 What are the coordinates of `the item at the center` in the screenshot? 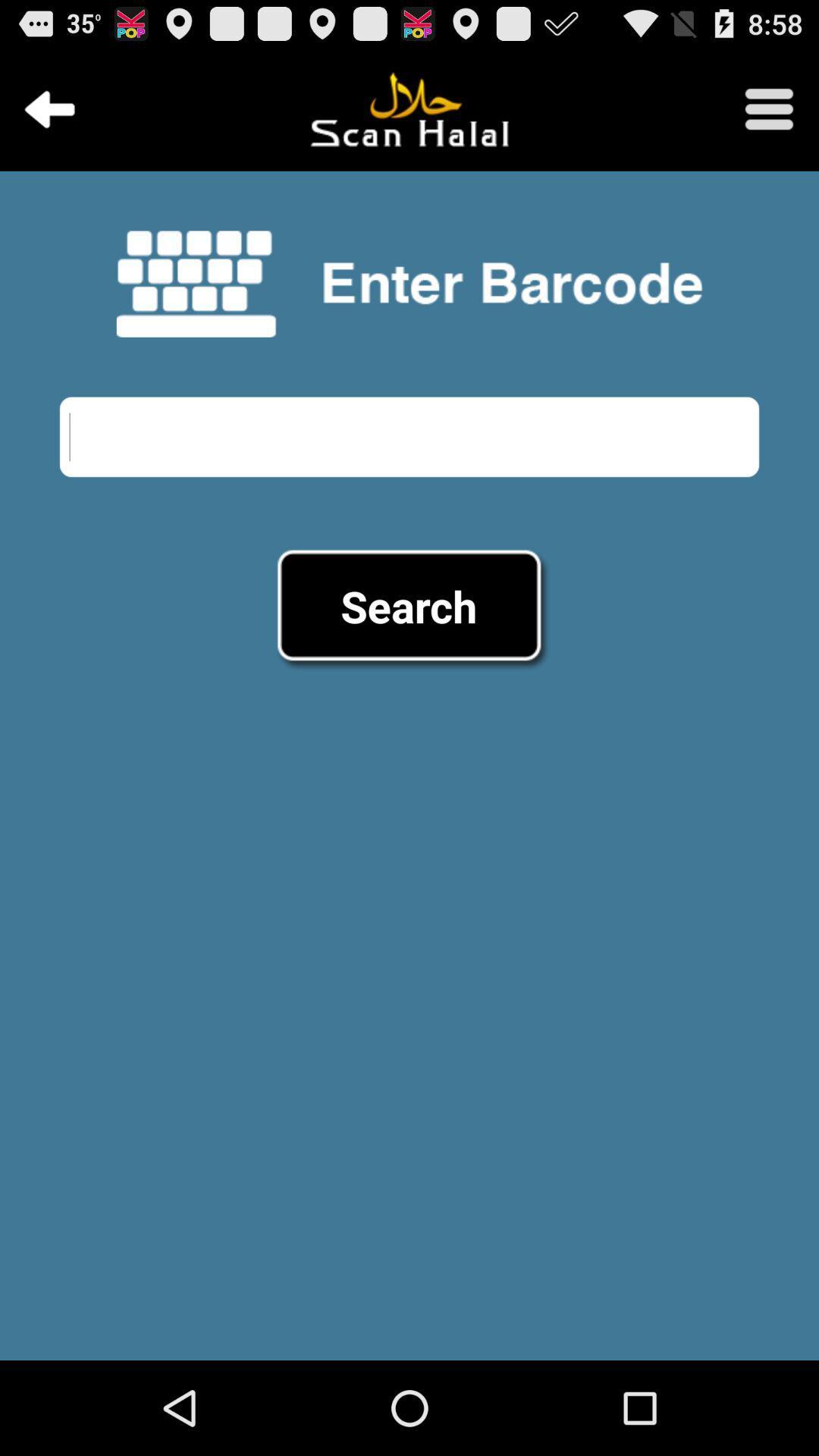 It's located at (408, 605).